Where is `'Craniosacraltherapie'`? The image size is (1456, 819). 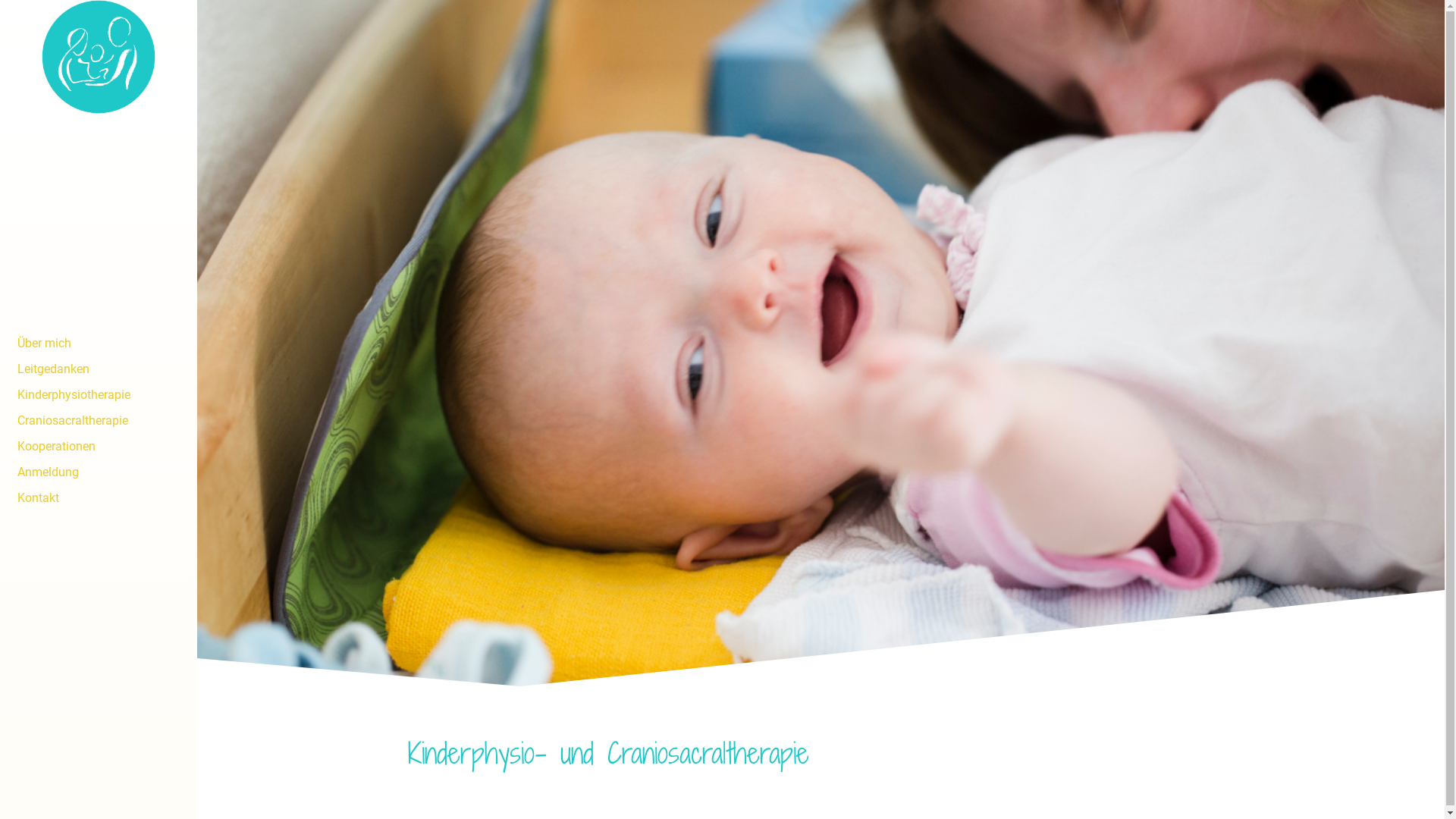
'Craniosacraltherapie' is located at coordinates (97, 420).